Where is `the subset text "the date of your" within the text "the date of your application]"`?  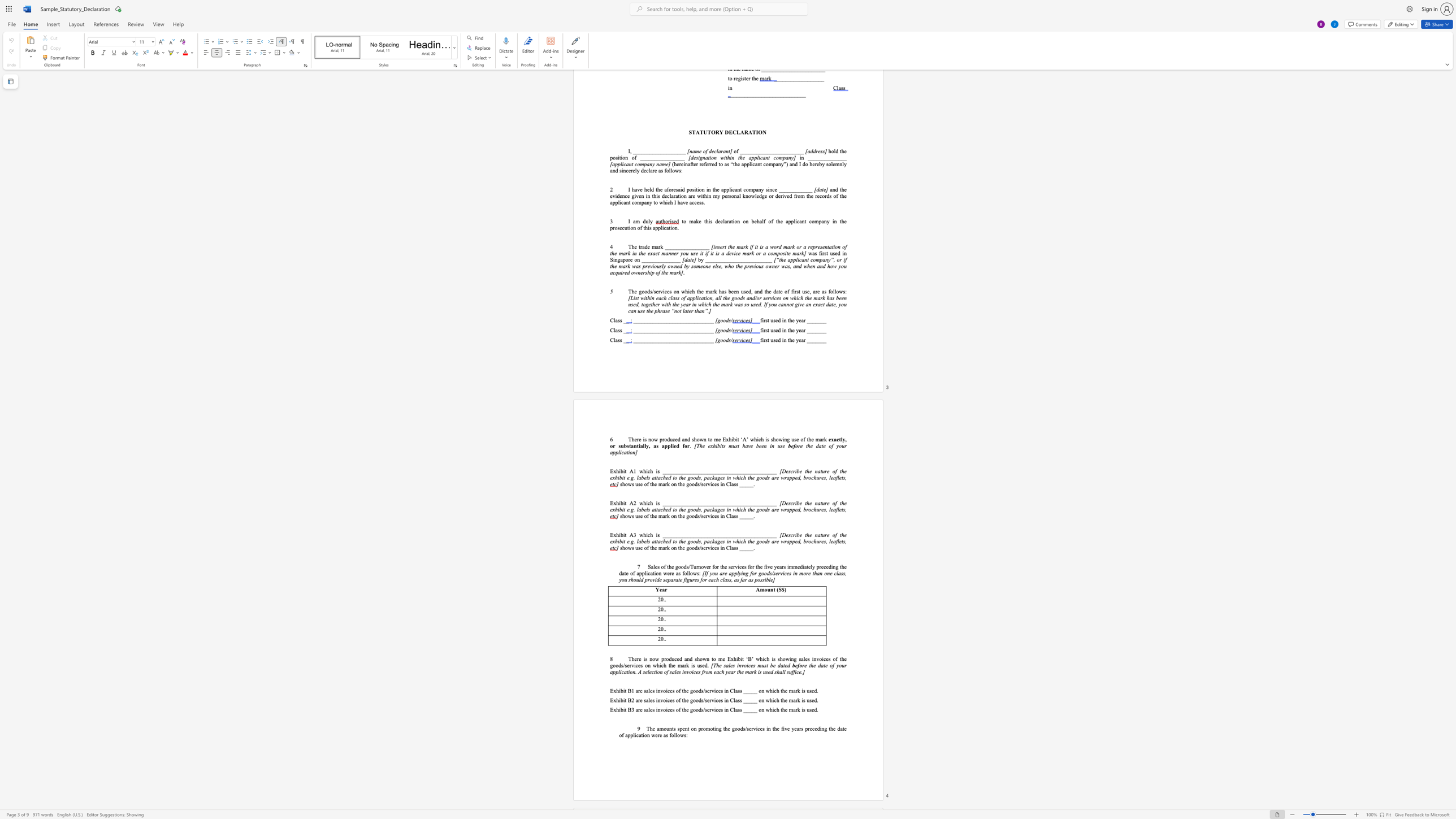
the subset text "the date of your" within the text "the date of your application]" is located at coordinates (806, 445).